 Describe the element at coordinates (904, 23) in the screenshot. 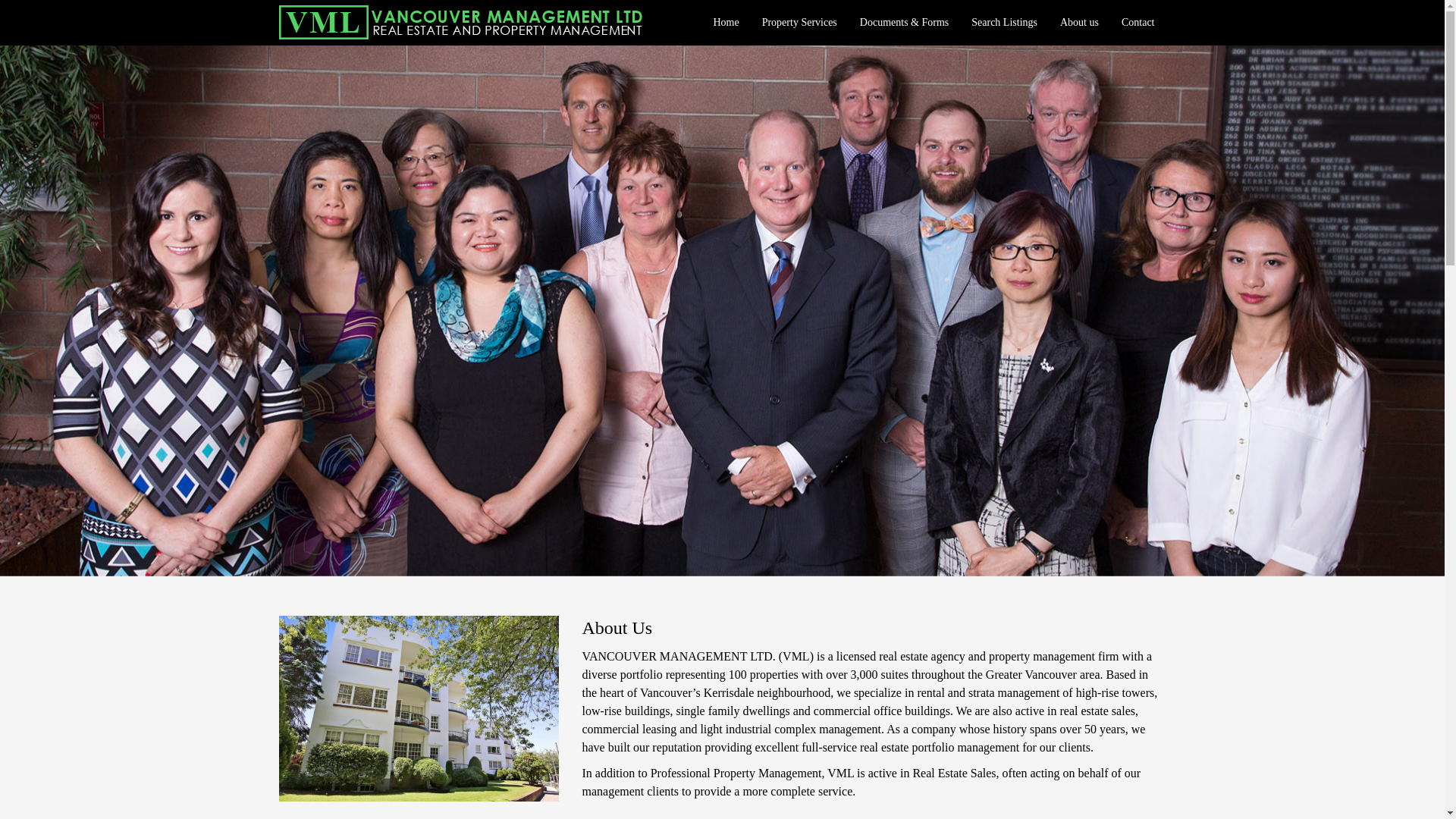

I see `'Documents & Forms'` at that location.